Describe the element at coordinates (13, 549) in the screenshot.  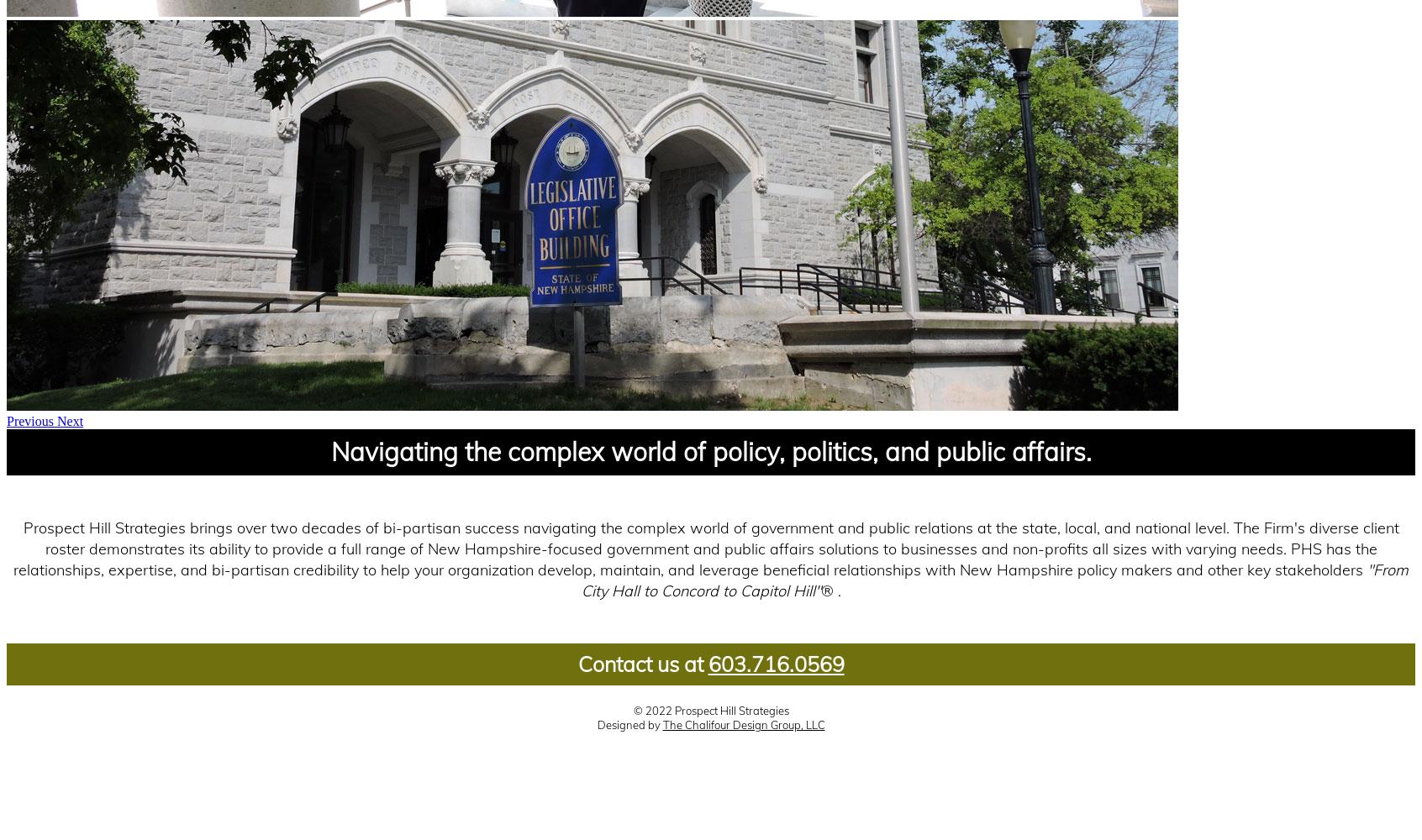
I see `'Prospect Hill Strategies brings over two decades of bi-partisan success navigating the complex world of government and public relations at the state, local, and national level.  The Firm's diverse client roster demonstrates its ability to provide a full range of New Hampshire-focused government and public affairs solutions to businesses and non-profits all sizes with varying needs.  PHS has the relationships, expertise, and bi-partisan credibility to help your organization develop, maintain, and leverage beneficial relationships with New Hampshire policy makers and other key stakeholders'` at that location.